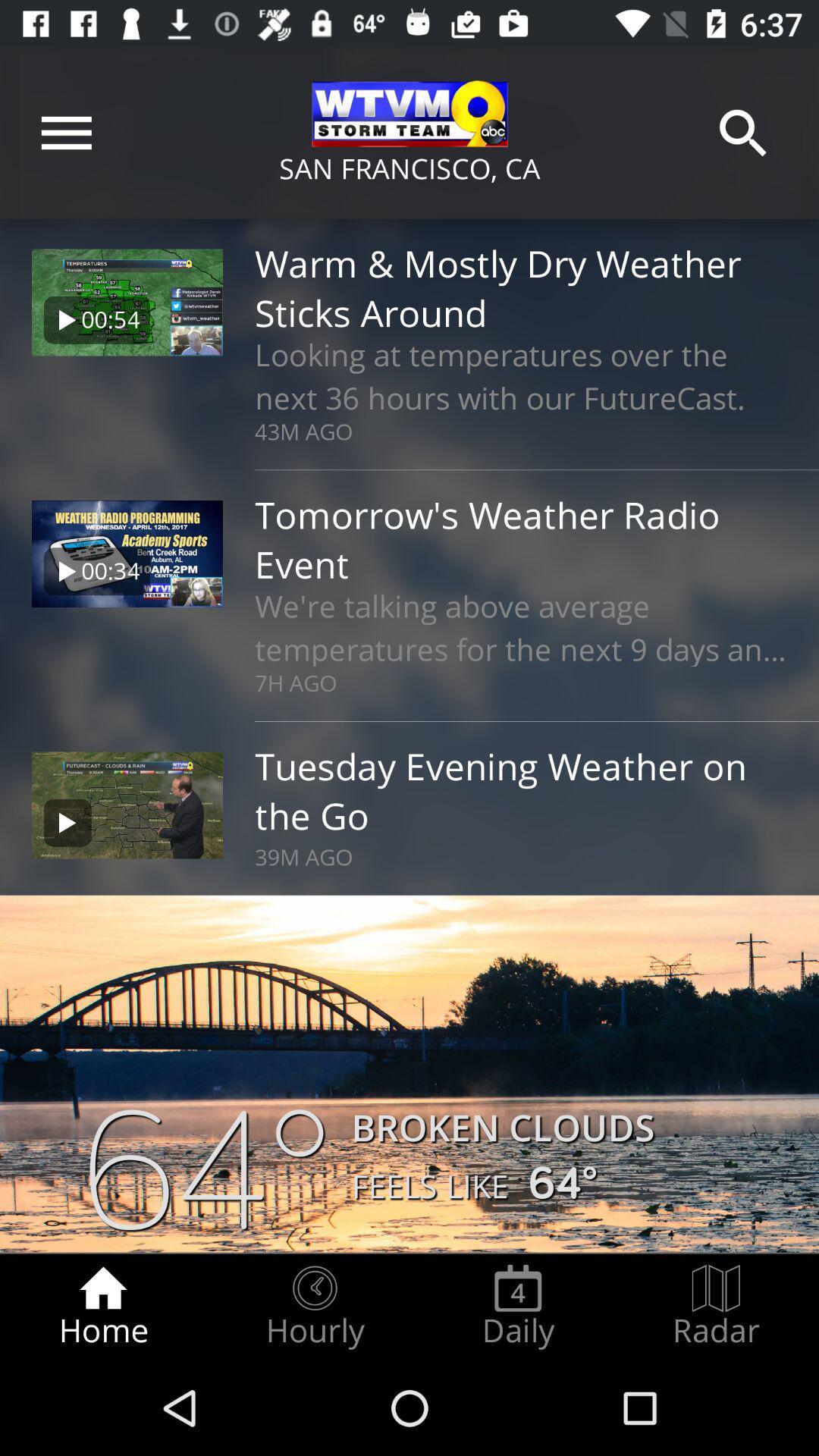 The height and width of the screenshot is (1456, 819). I want to click on icon to the left of radar icon, so click(517, 1306).